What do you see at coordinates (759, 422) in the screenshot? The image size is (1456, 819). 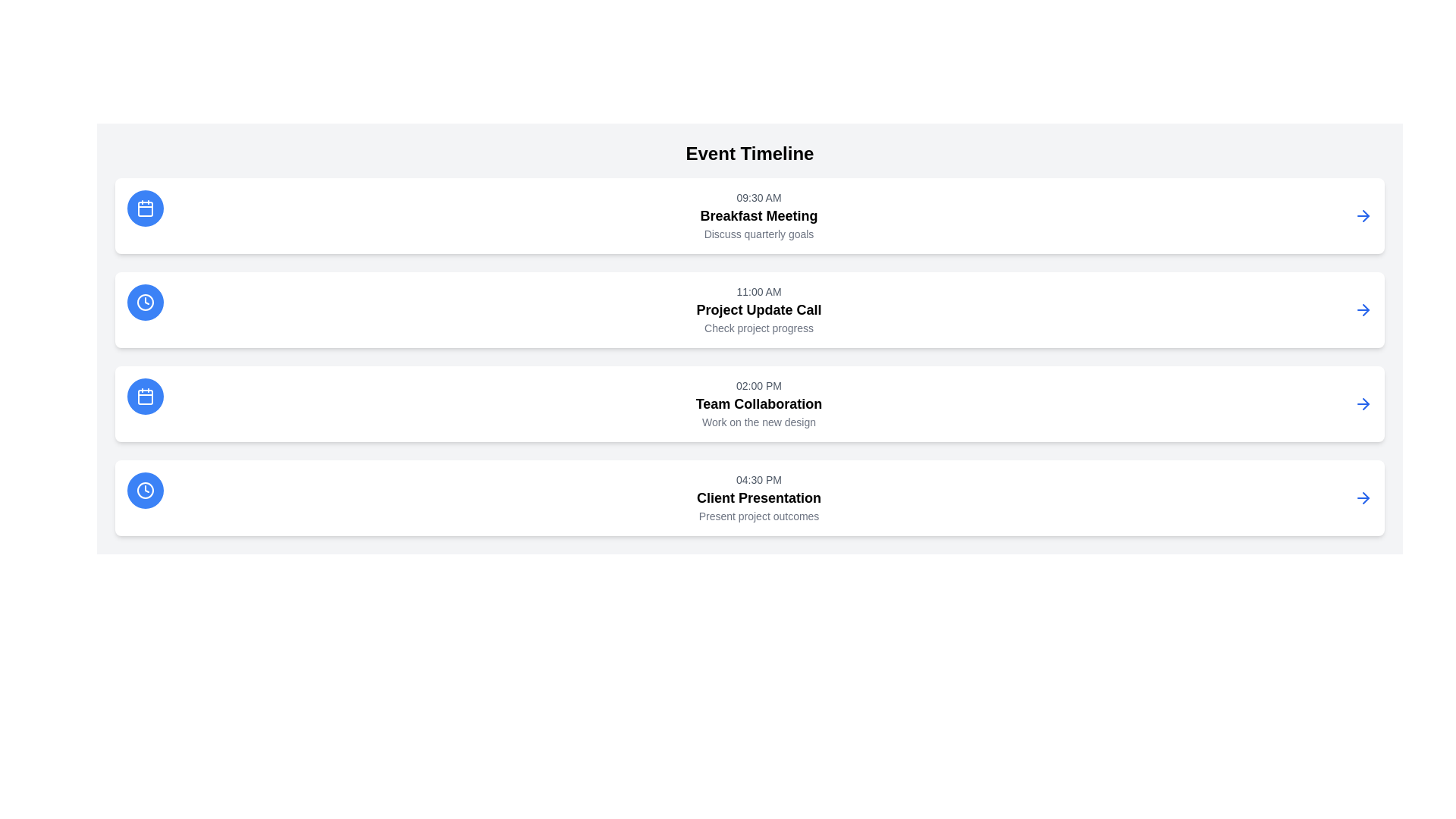 I see `the Text Display that provides additional details about the 'Team Collaboration' event scheduled for 02:00 PM, located directly below the event title` at bounding box center [759, 422].